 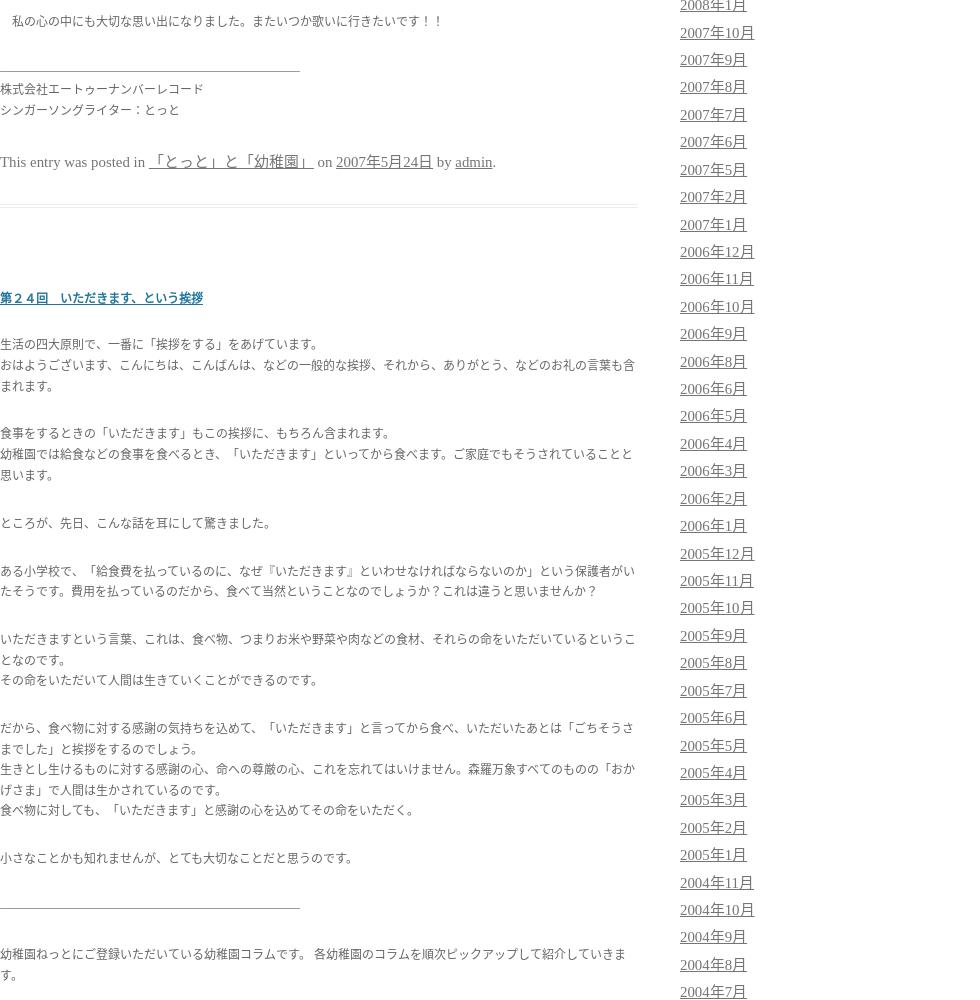 What do you see at coordinates (680, 635) in the screenshot?
I see `'2005年9月'` at bounding box center [680, 635].